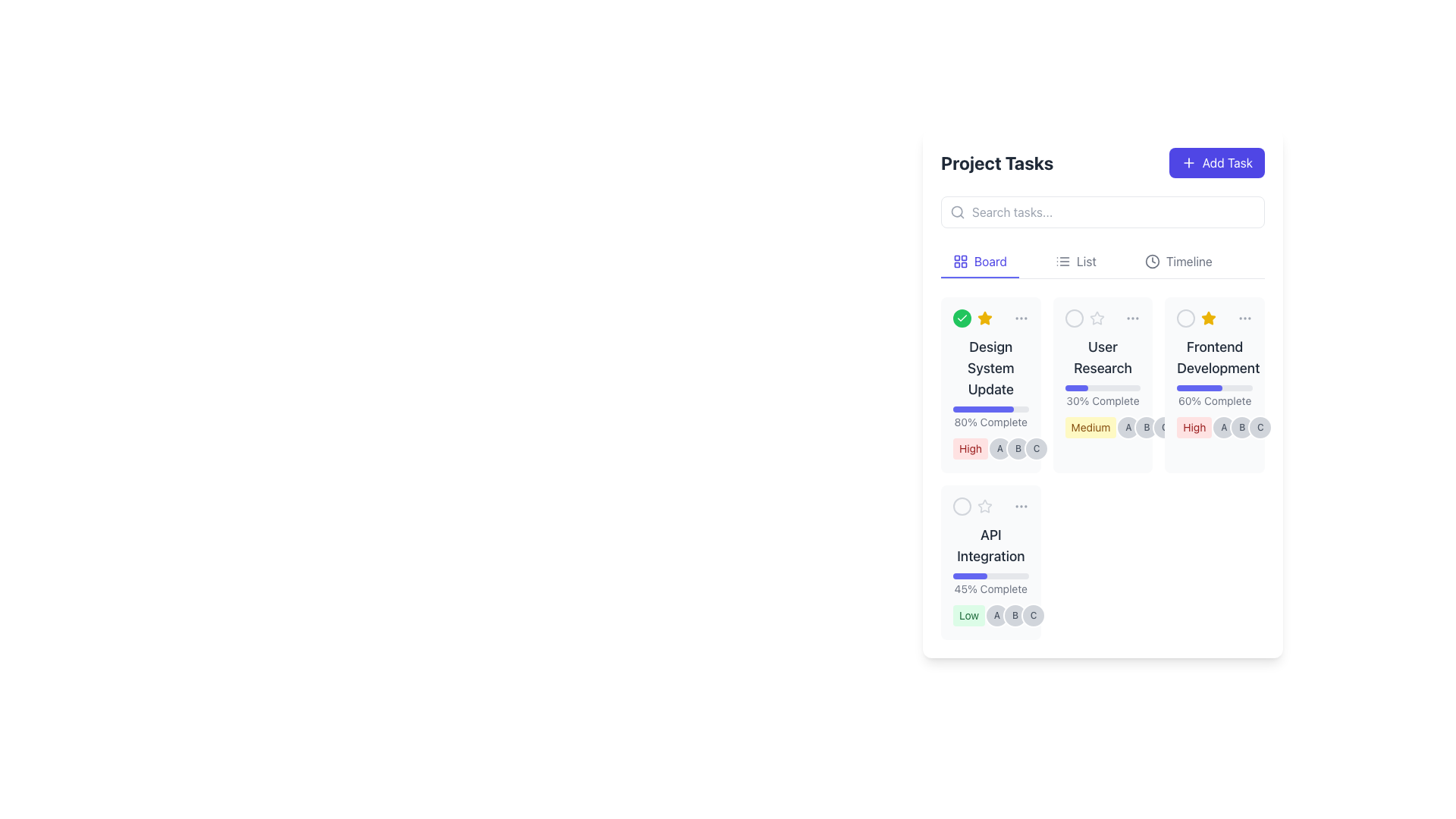  Describe the element at coordinates (1199, 388) in the screenshot. I see `filled portion of the Progress bar segment in the 'Frontend Development' task card to check styles or values` at that location.